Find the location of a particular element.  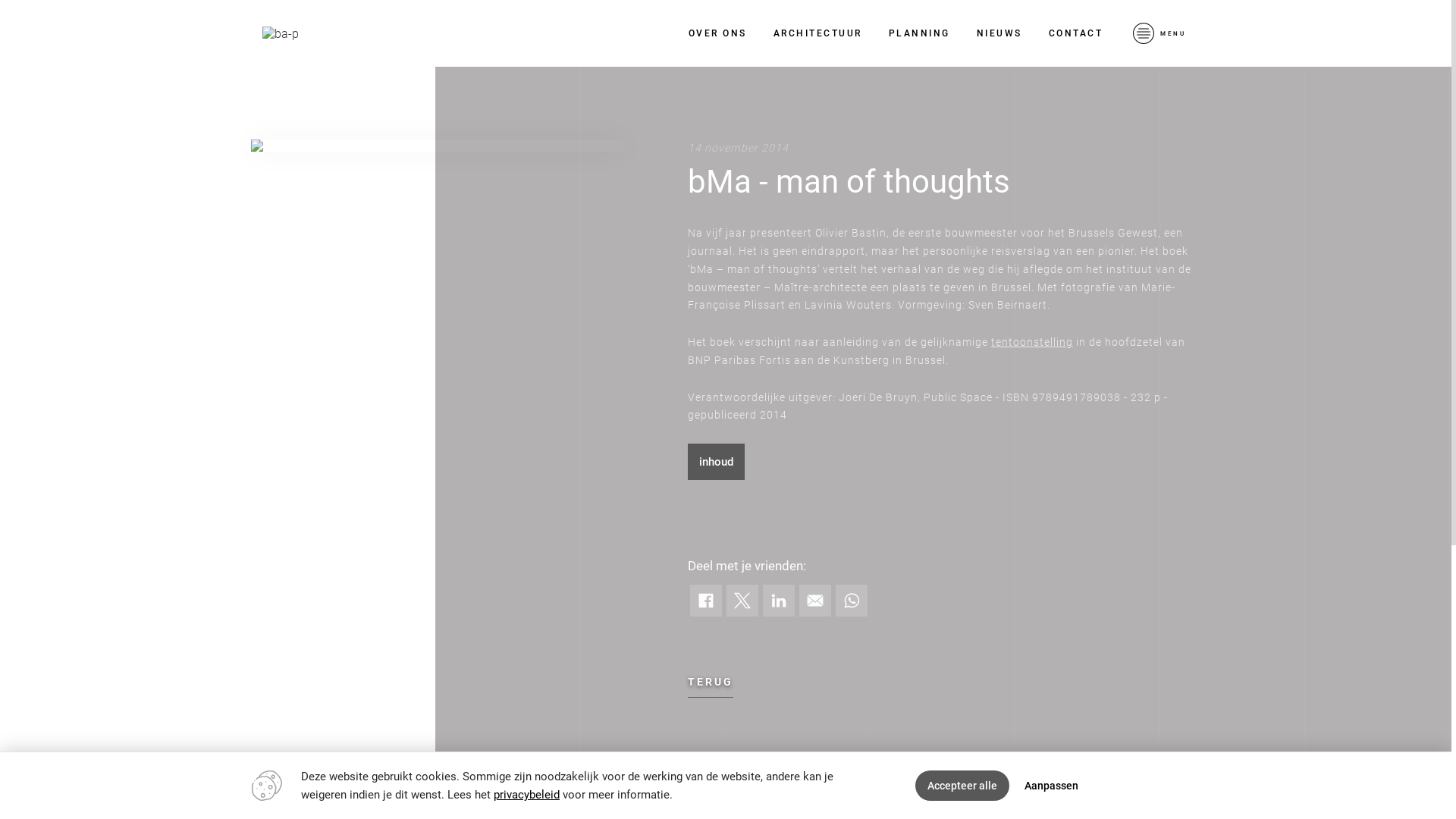

'tentoonstelling' is located at coordinates (1031, 342).